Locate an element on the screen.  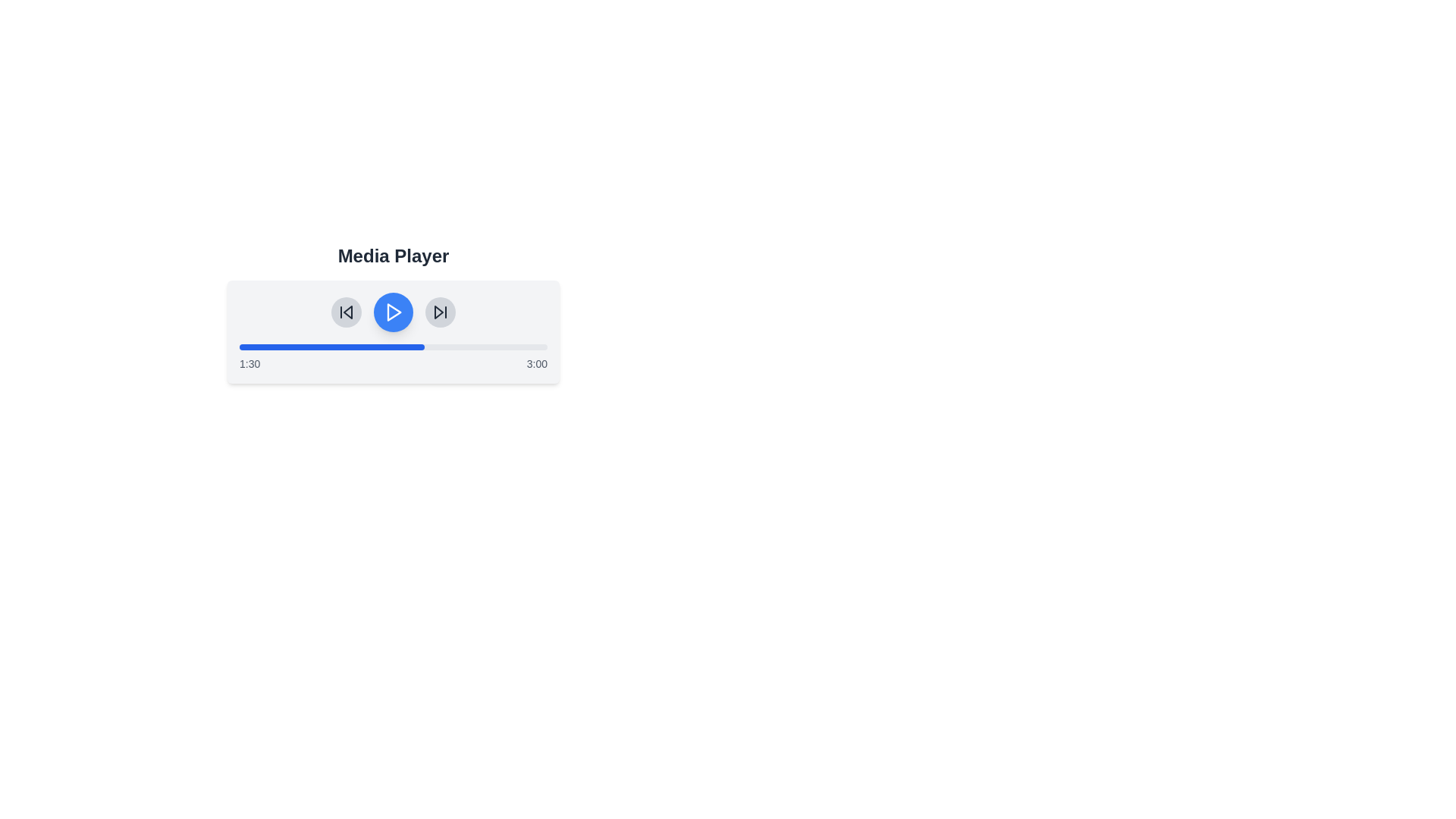
the skip-forward button, which is represented by an arrow pointing to the right with a vertical bar, located in the media control section of the media player interface is located at coordinates (439, 312).